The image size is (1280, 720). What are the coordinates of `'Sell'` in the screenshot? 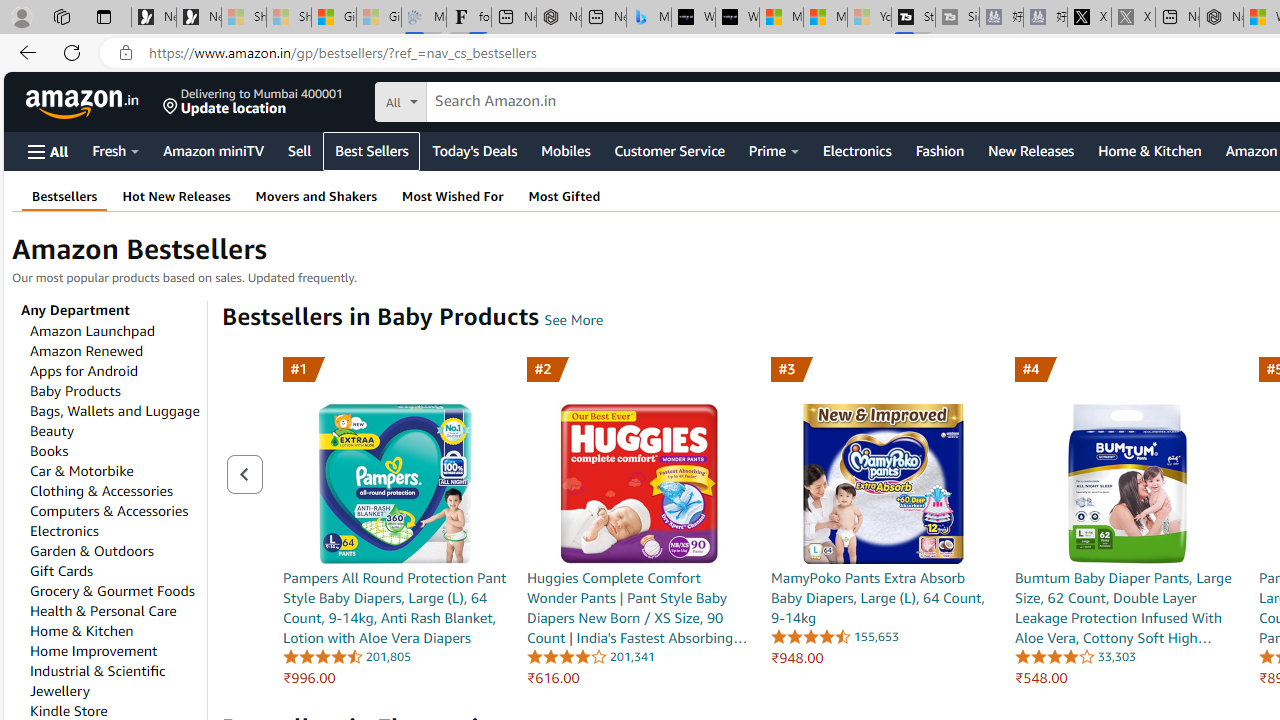 It's located at (298, 149).